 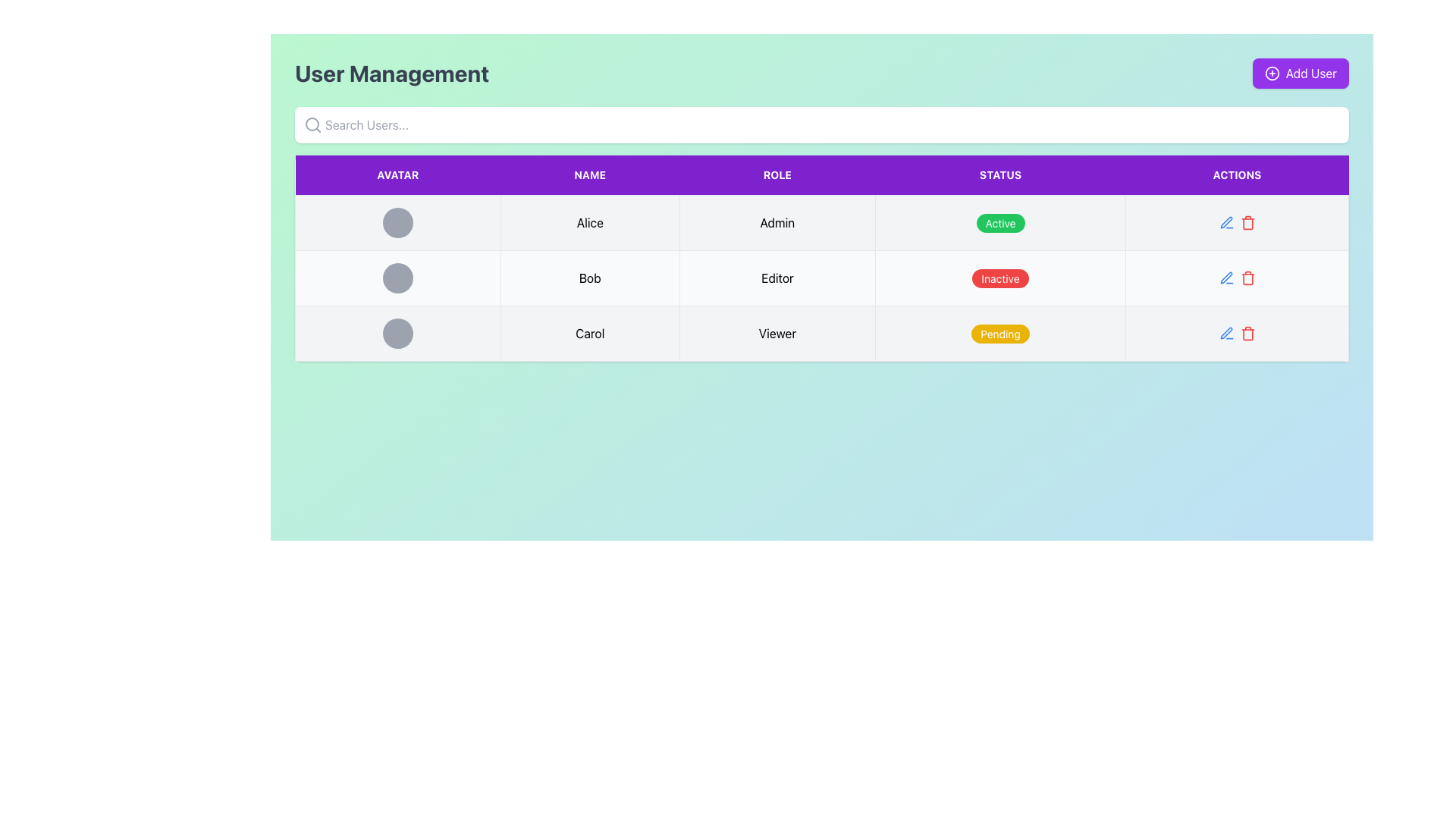 I want to click on the trash icon element located in the Actions column of the second row under the 'Inactive' status entry, adjacent to the edit icon, so click(x=1247, y=279).